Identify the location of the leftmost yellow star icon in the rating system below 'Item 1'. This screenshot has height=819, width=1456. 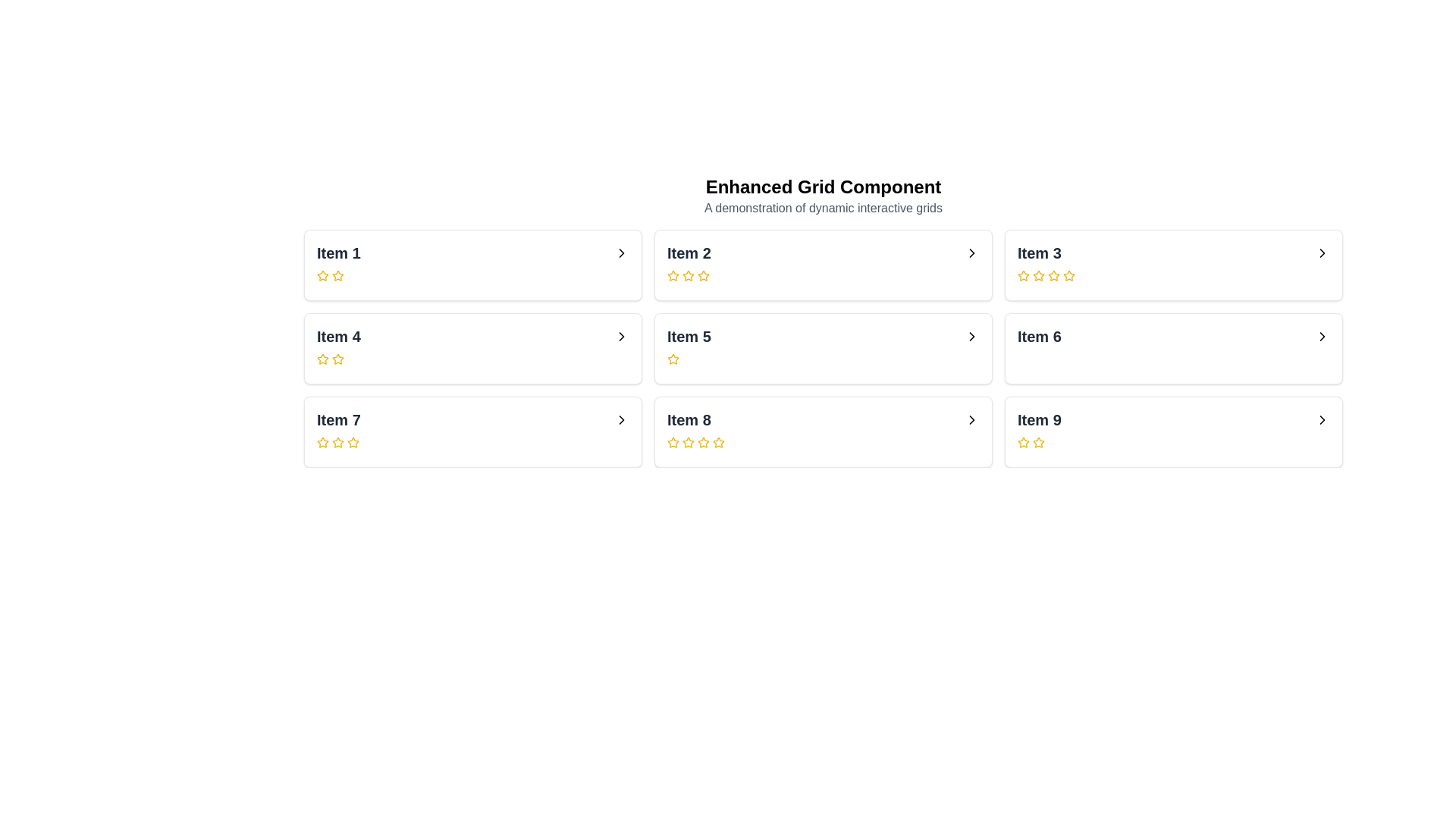
(322, 275).